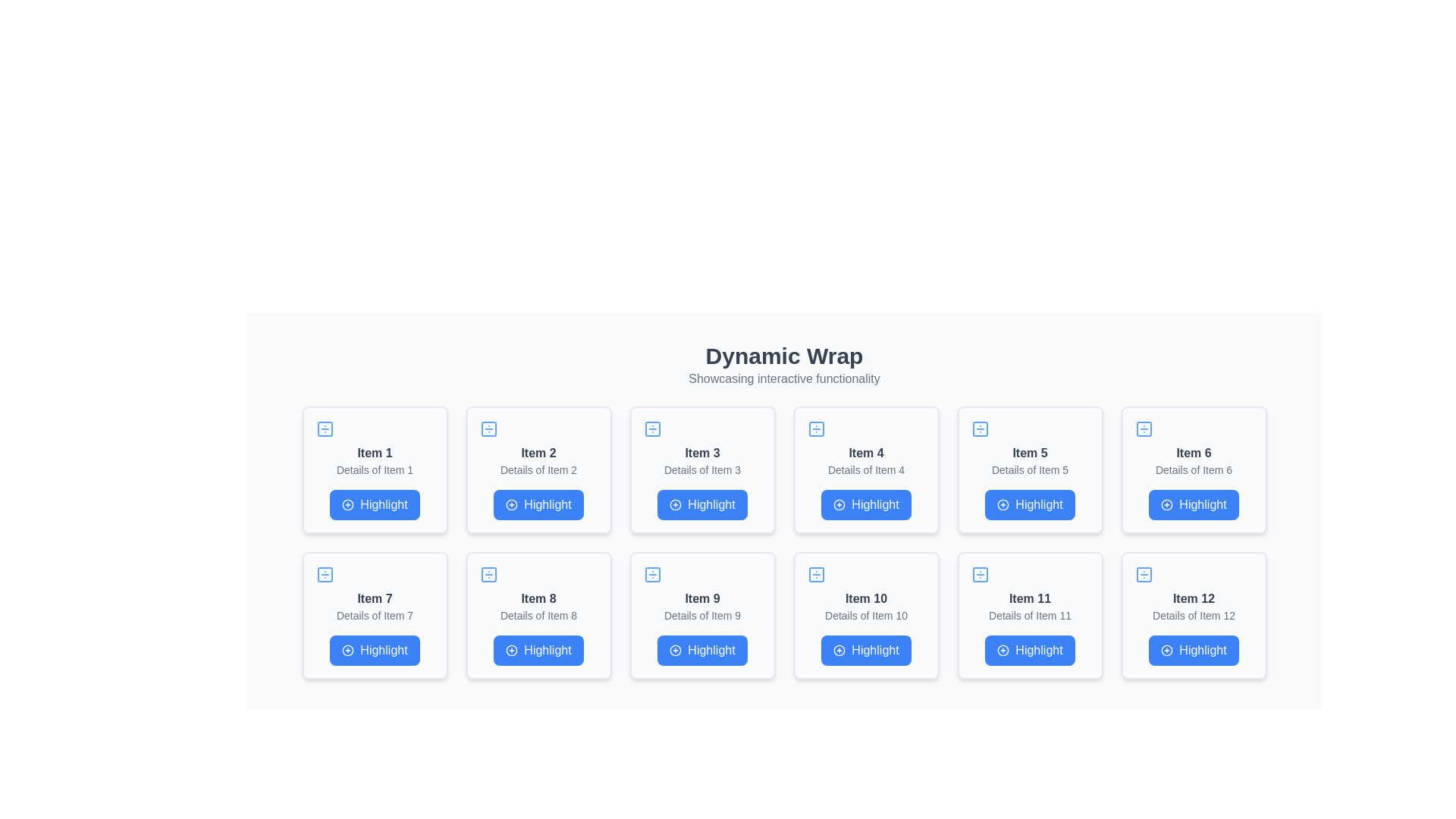  I want to click on the decorative icon located at the top-left corner of the card labeled 'Item 4', positioned slightly above the label text, so click(815, 429).